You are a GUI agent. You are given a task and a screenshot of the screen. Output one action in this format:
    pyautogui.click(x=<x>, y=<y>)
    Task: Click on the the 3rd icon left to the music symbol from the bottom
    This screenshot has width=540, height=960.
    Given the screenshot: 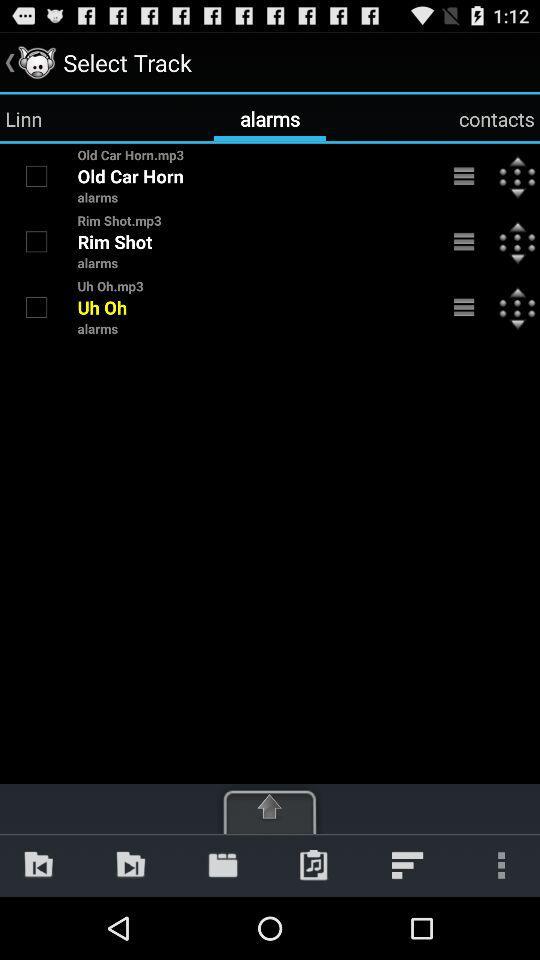 What is the action you would take?
    pyautogui.click(x=222, y=864)
    